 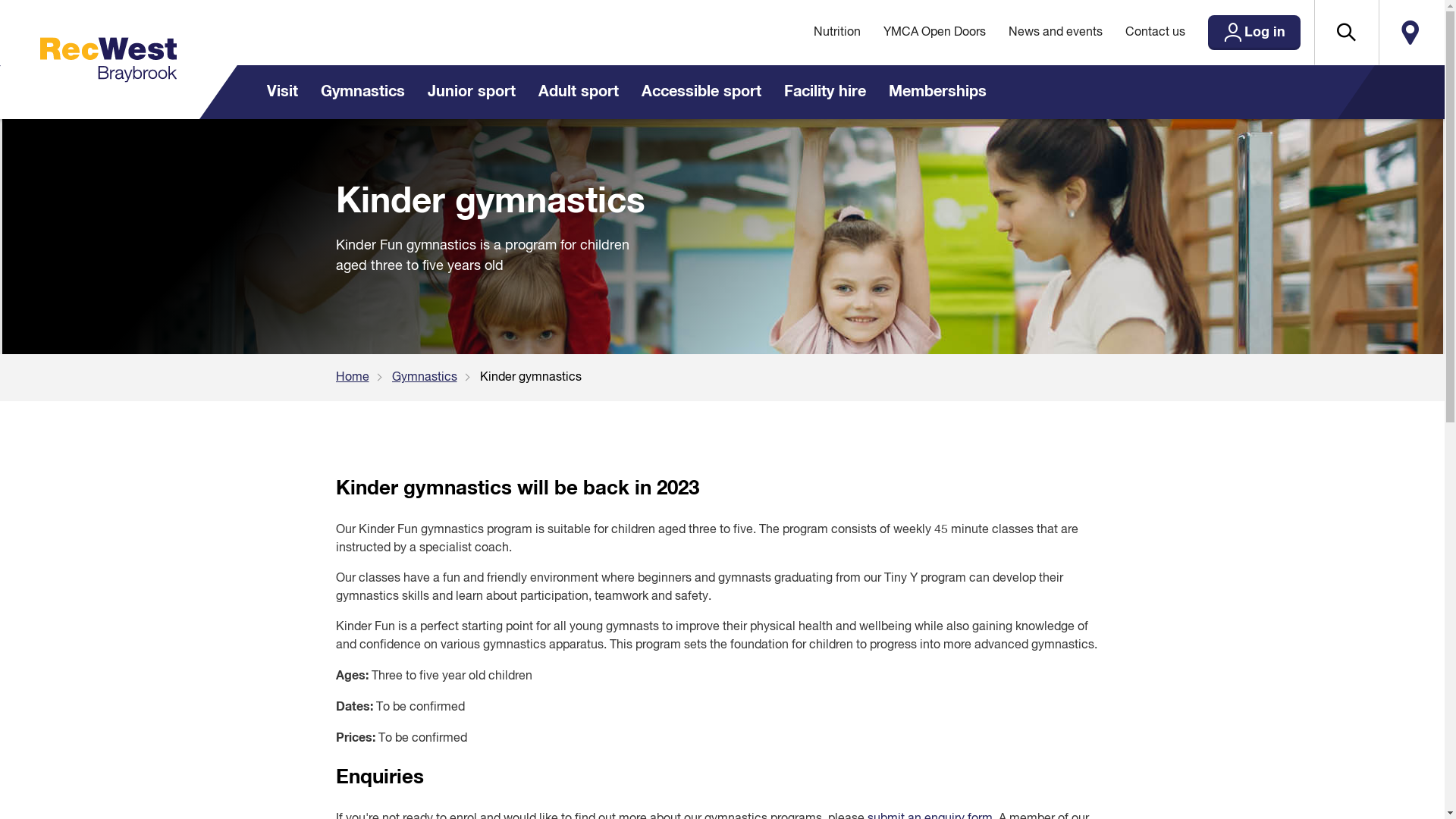 What do you see at coordinates (255, 92) in the screenshot?
I see `'Visit'` at bounding box center [255, 92].